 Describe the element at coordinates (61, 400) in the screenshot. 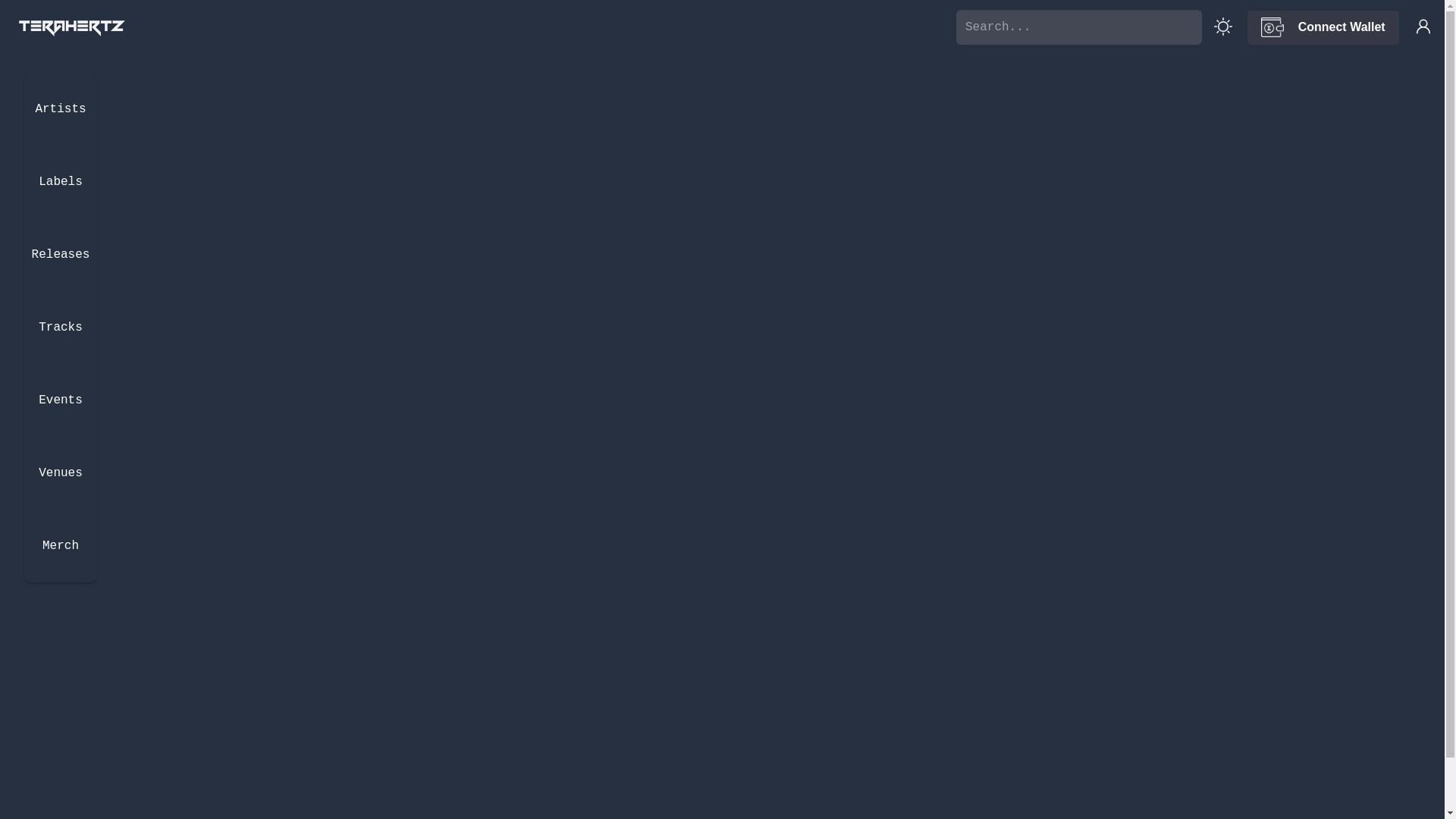

I see `'Events'` at that location.